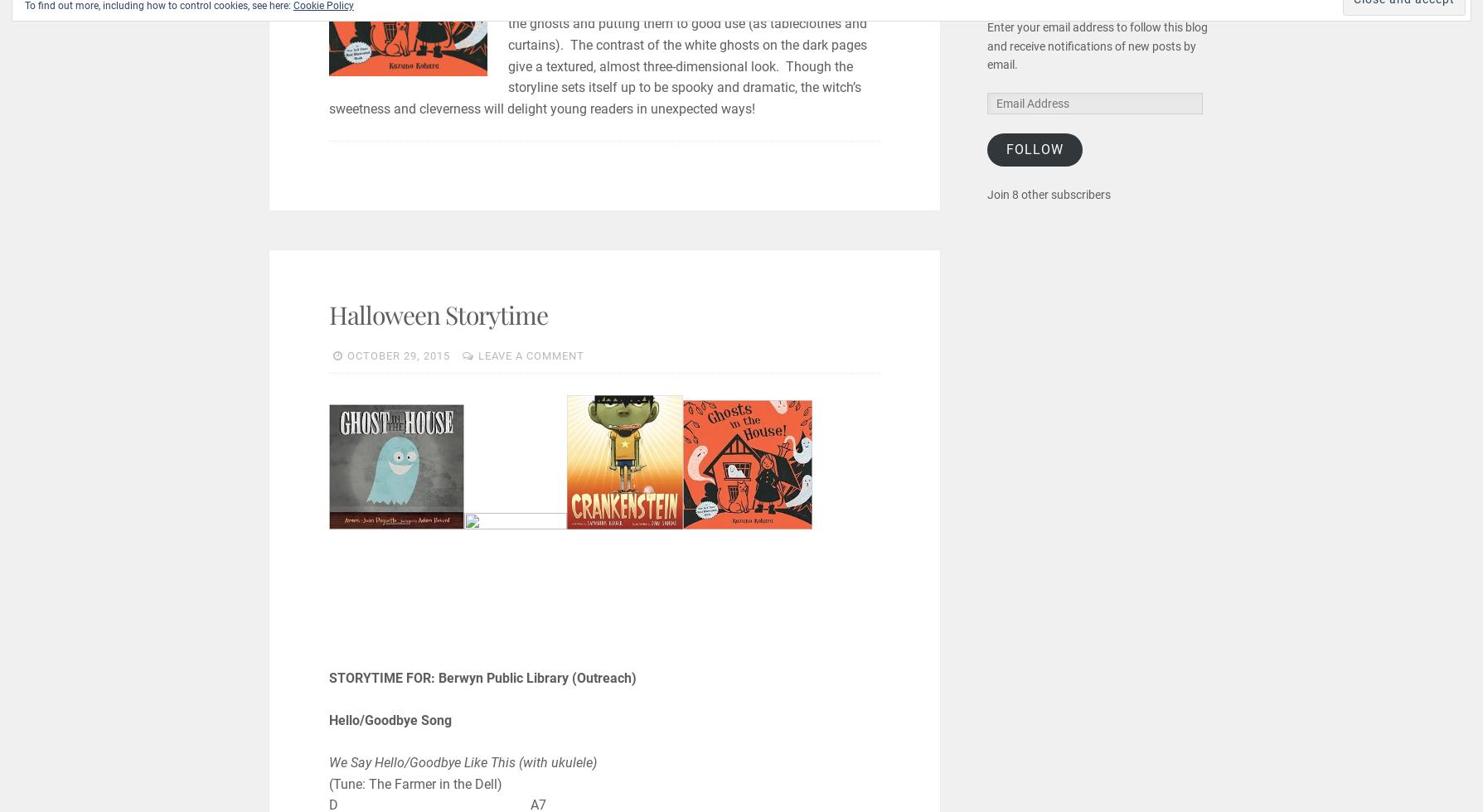 Image resolution: width=1483 pixels, height=812 pixels. What do you see at coordinates (414, 783) in the screenshot?
I see `'(Tune: The Farmer in the Dell)'` at bounding box center [414, 783].